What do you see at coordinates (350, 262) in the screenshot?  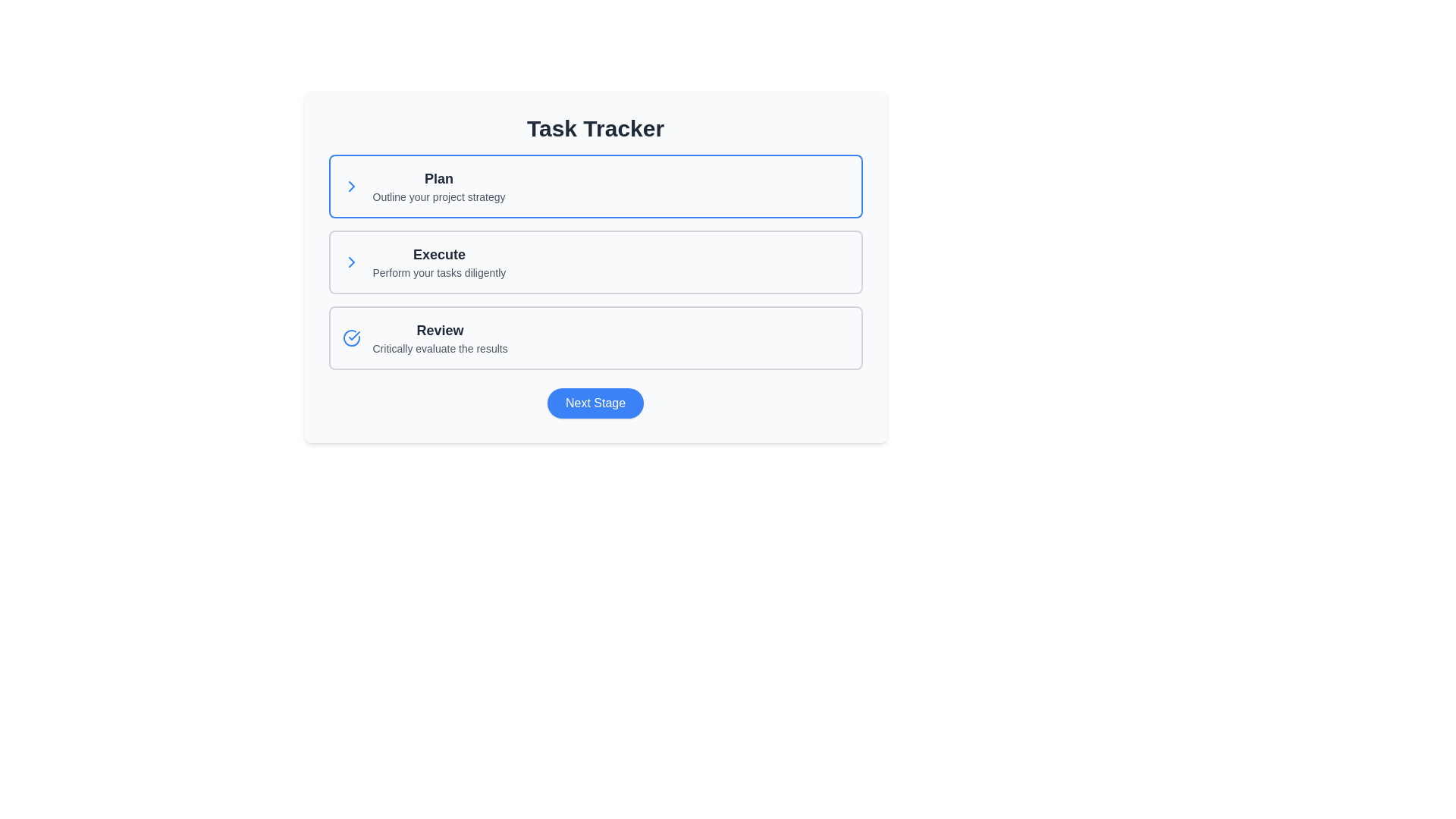 I see `the right-pointing chevron arrow icon next to the text labeled 'Plan' in the first item of the list` at bounding box center [350, 262].